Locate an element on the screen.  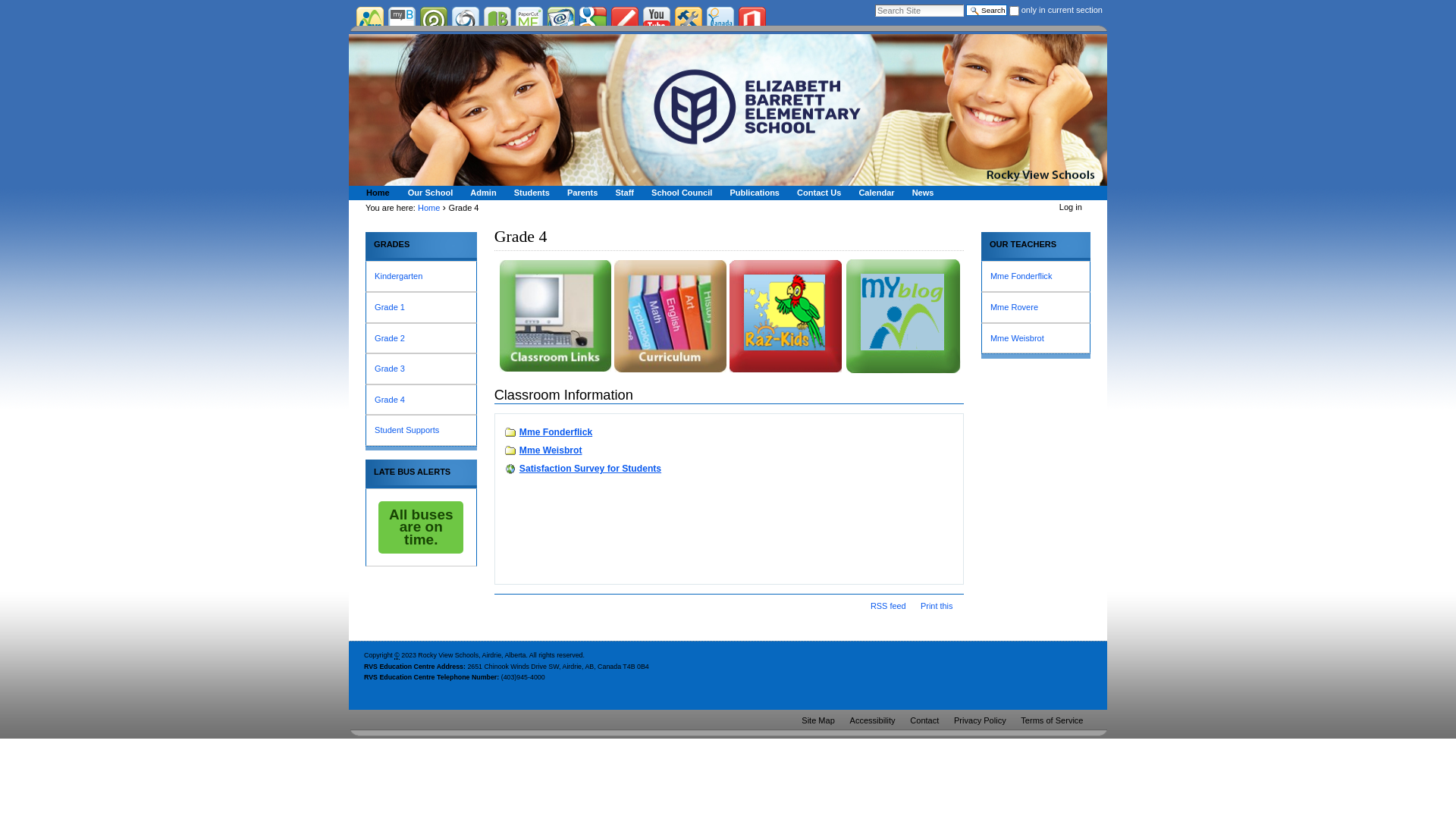
'Bibliovation' is located at coordinates (483, 20).